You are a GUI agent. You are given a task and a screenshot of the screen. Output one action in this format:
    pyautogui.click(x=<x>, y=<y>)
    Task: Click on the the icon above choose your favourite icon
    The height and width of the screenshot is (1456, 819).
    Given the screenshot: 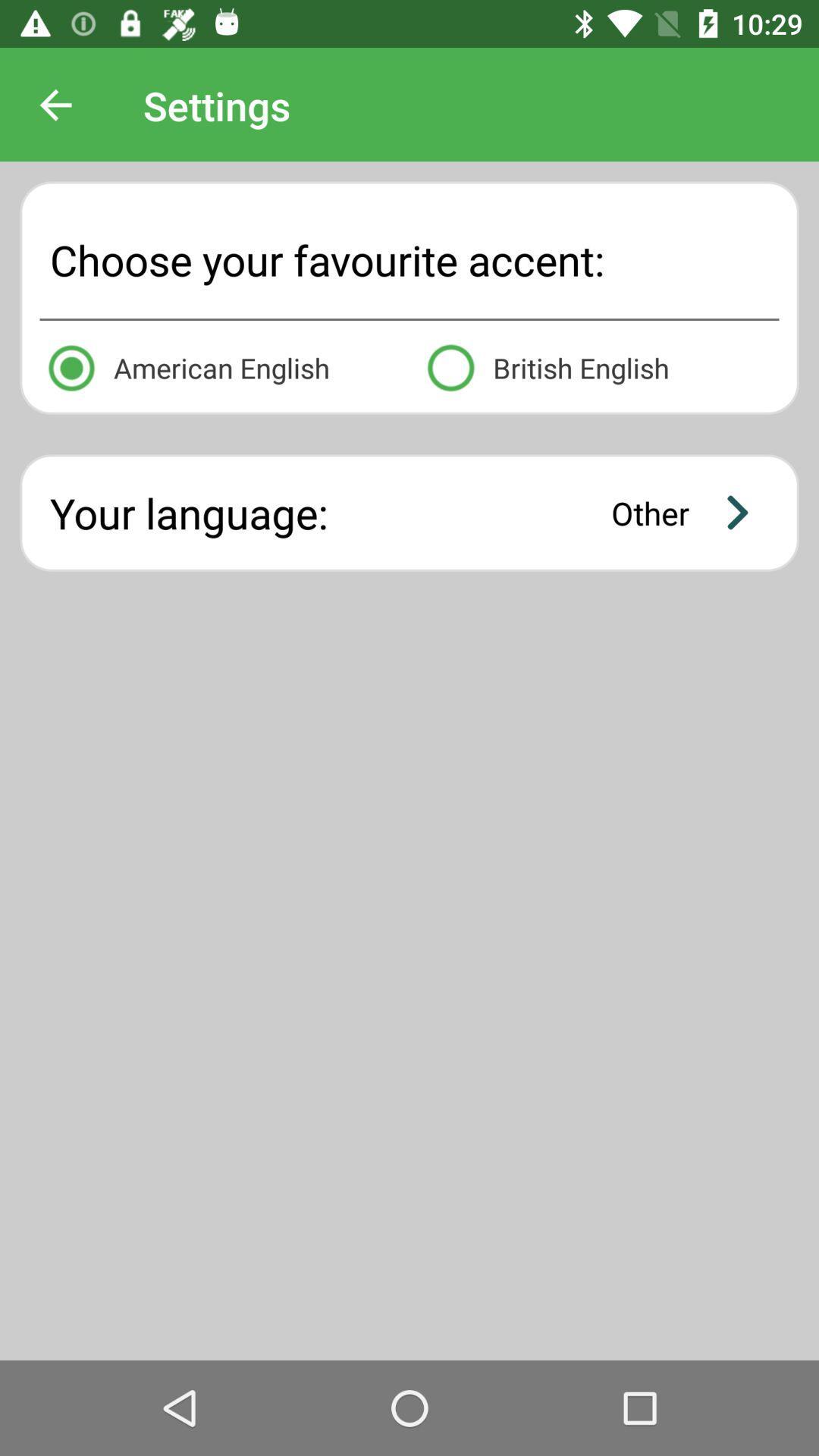 What is the action you would take?
    pyautogui.click(x=55, y=105)
    